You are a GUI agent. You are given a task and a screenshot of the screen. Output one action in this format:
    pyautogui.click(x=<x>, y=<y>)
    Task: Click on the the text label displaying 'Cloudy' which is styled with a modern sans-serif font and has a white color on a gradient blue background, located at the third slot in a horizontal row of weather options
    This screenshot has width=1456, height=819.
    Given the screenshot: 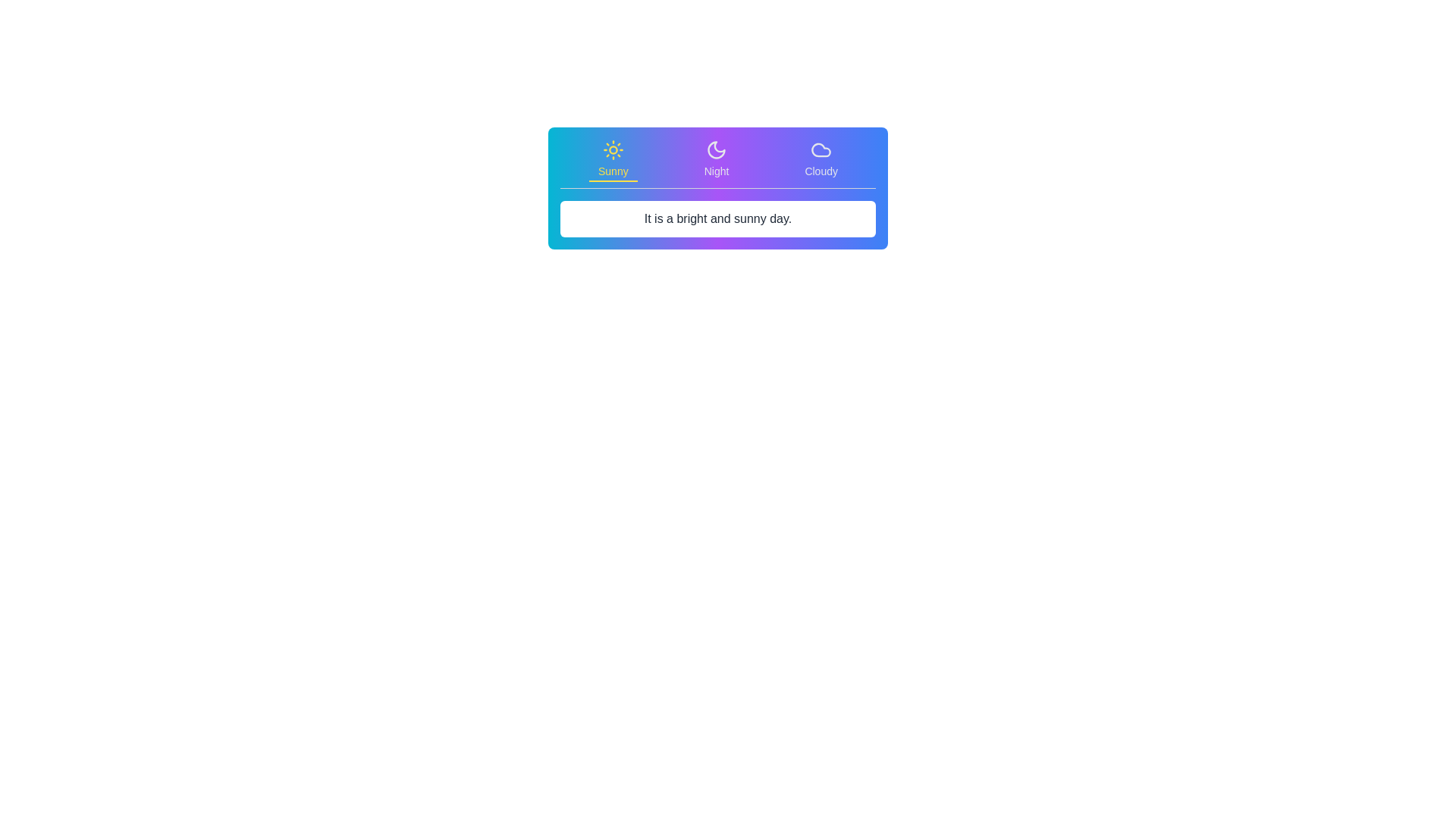 What is the action you would take?
    pyautogui.click(x=821, y=171)
    